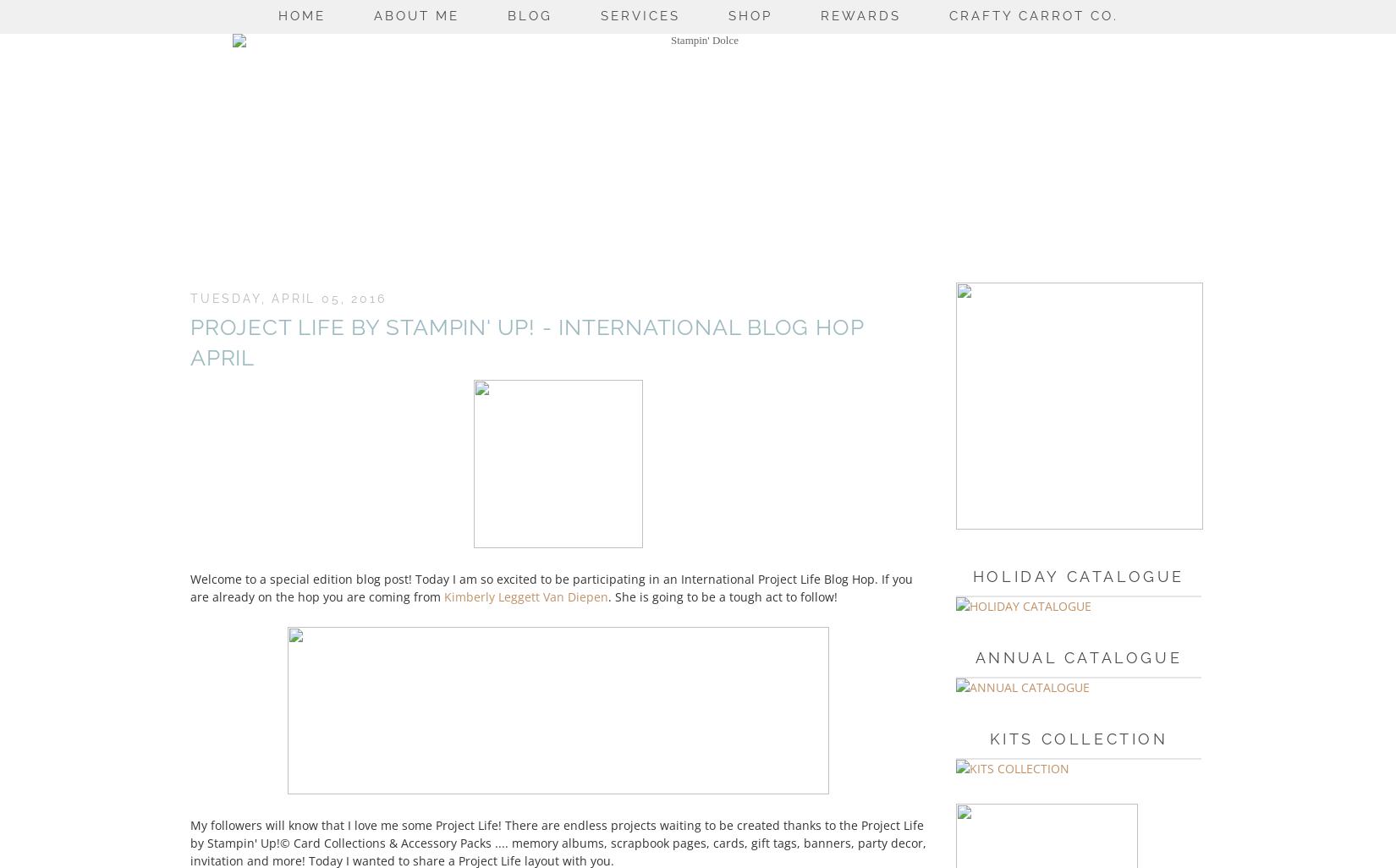 The image size is (1396, 868). Describe the element at coordinates (190, 587) in the screenshot. I see `'Welcome to a special edition blog post! Today I am so excited to be participating in an International Project Life Blog Hop. If you are already on the hop you are coming from'` at that location.